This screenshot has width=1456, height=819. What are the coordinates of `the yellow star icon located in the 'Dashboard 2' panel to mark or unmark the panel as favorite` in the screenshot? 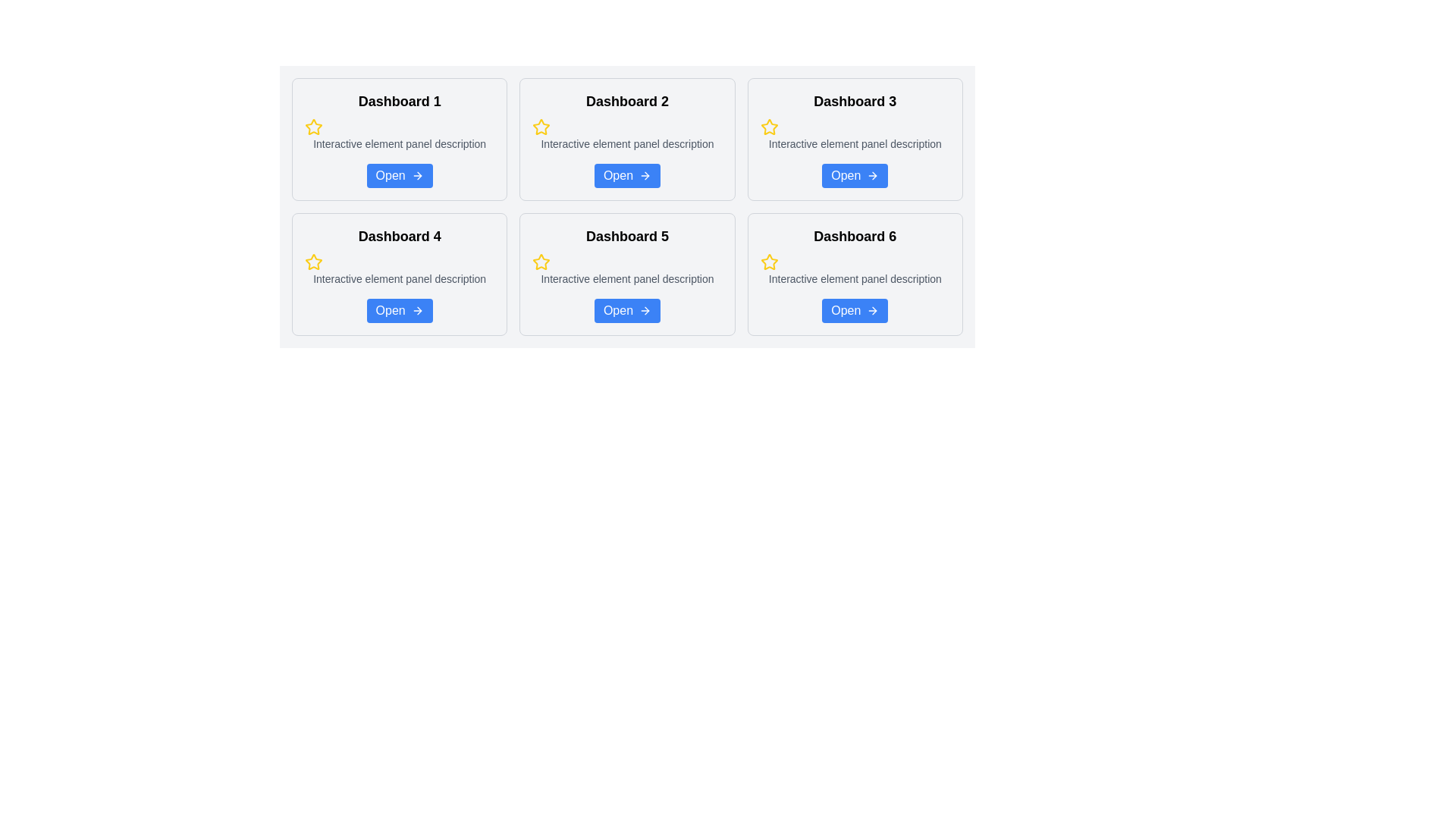 It's located at (541, 127).